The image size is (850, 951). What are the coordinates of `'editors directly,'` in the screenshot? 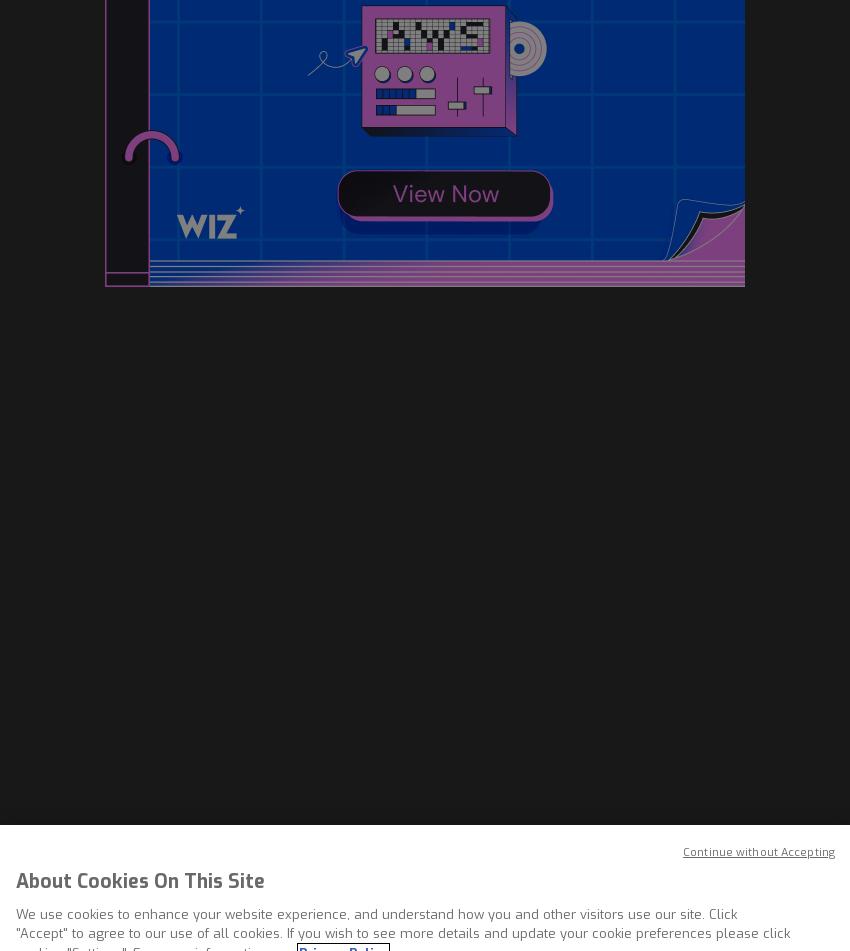 It's located at (210, 685).